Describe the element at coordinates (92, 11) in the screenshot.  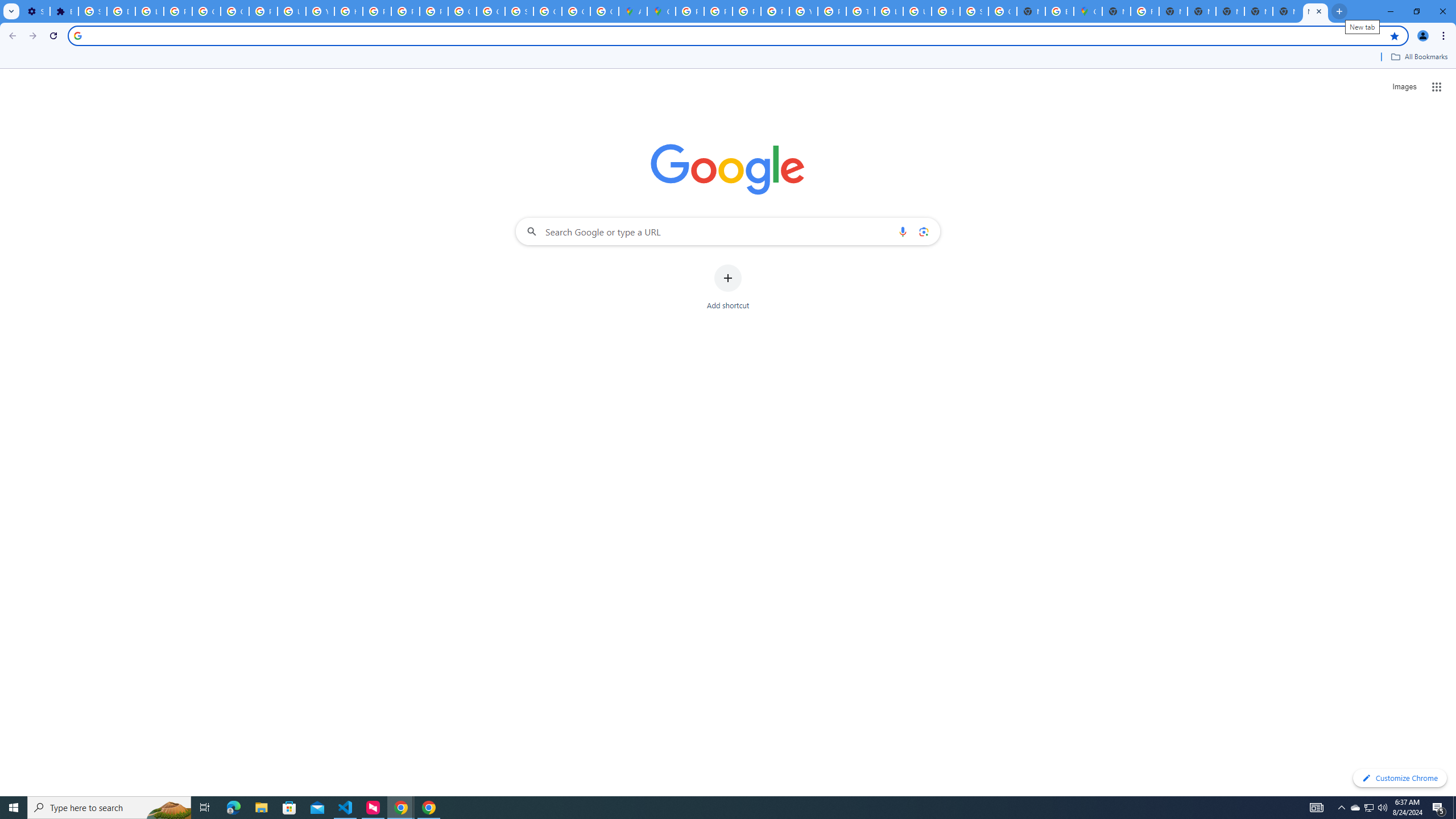
I see `'Sign in - Google Accounts'` at that location.